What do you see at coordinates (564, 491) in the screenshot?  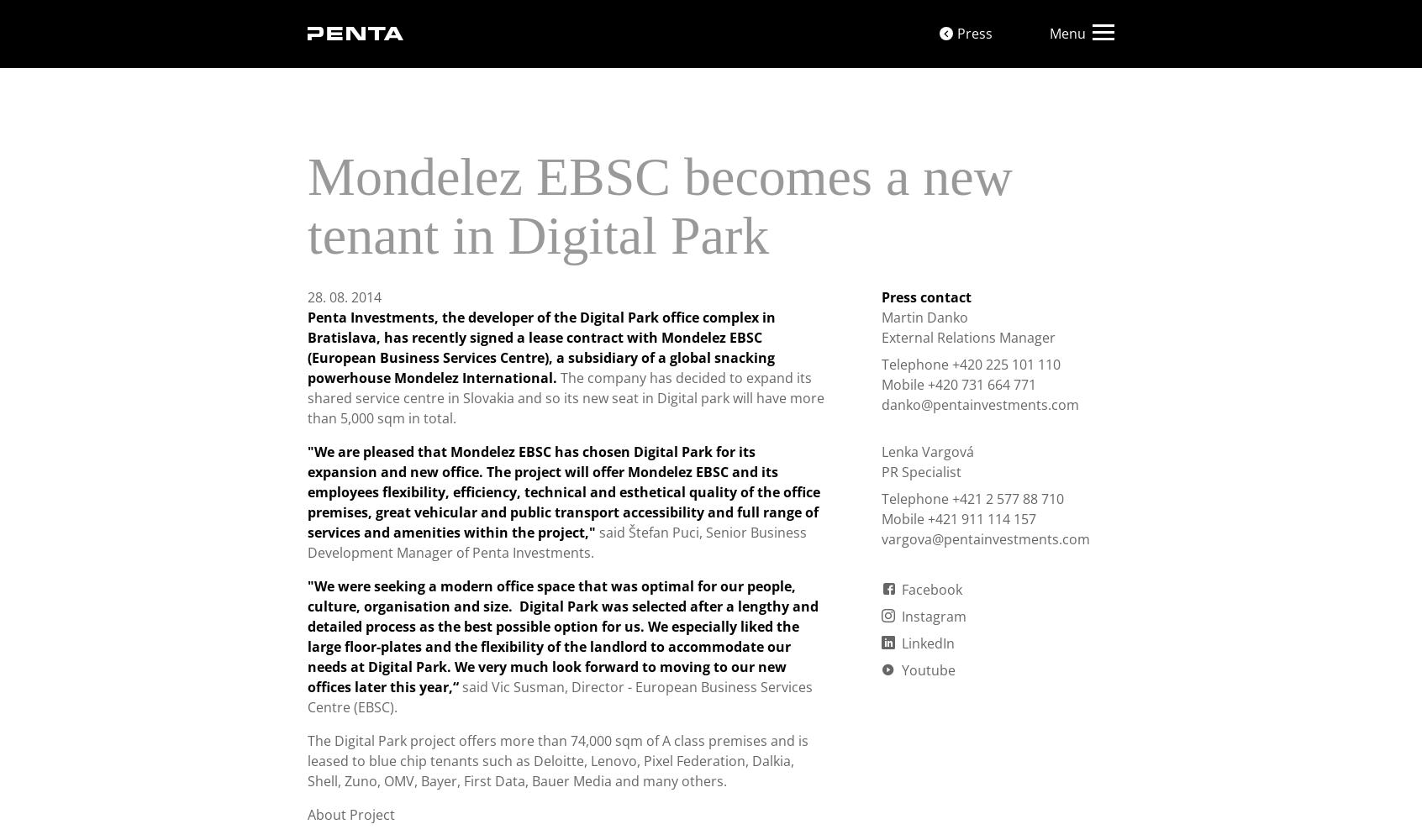 I see `'"We are pleased that Mondelez EBSC has chosen Digital Park for its expansion and new office. The project will offer Mondelez EBSC and its employees flexibility, efficiency, technical and esthetical quality of the office premises, great vehicular and public transport accessibility and full range of services and amenities within the project,"'` at bounding box center [564, 491].